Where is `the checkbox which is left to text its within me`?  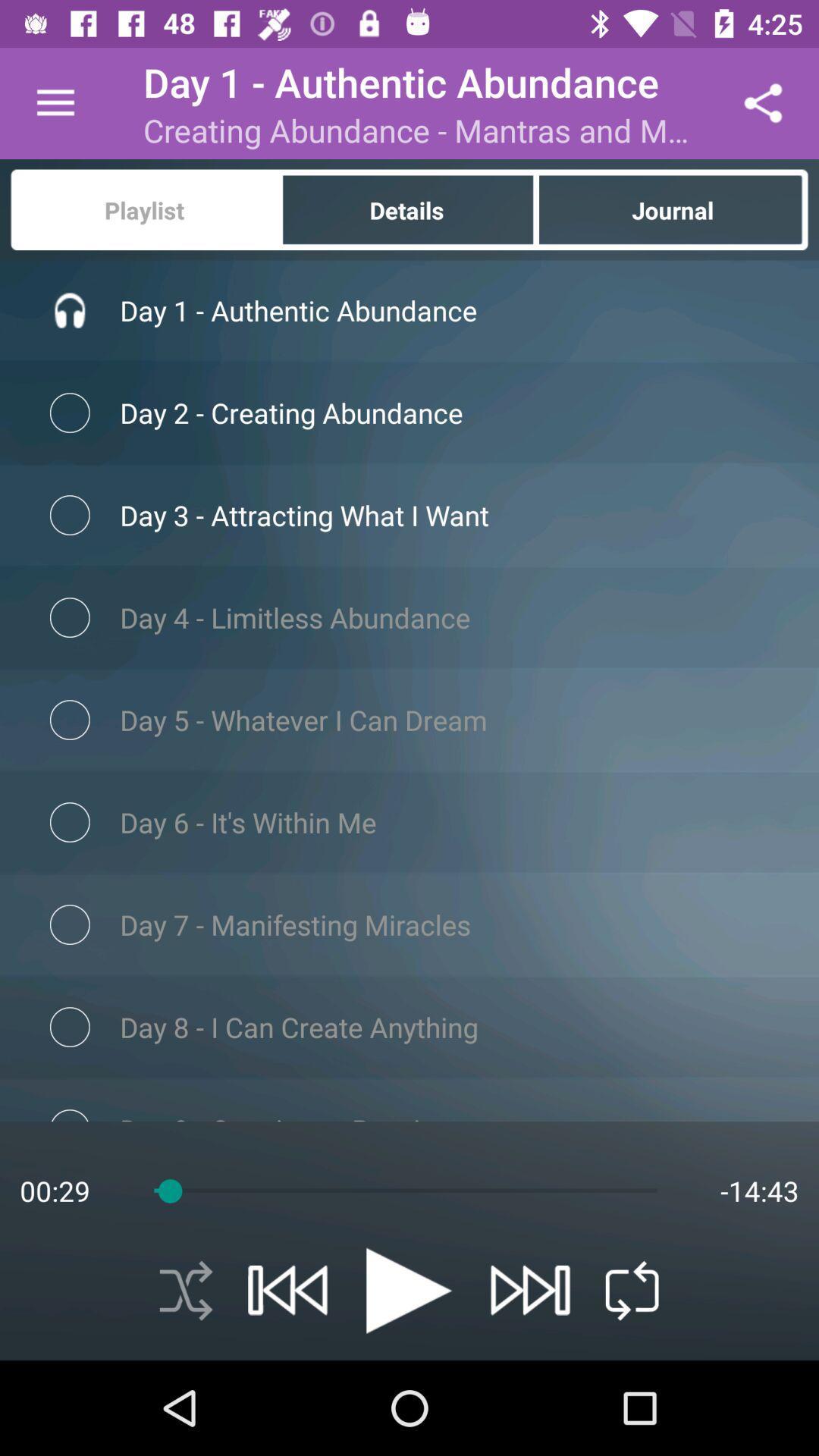
the checkbox which is left to text its within me is located at coordinates (70, 821).